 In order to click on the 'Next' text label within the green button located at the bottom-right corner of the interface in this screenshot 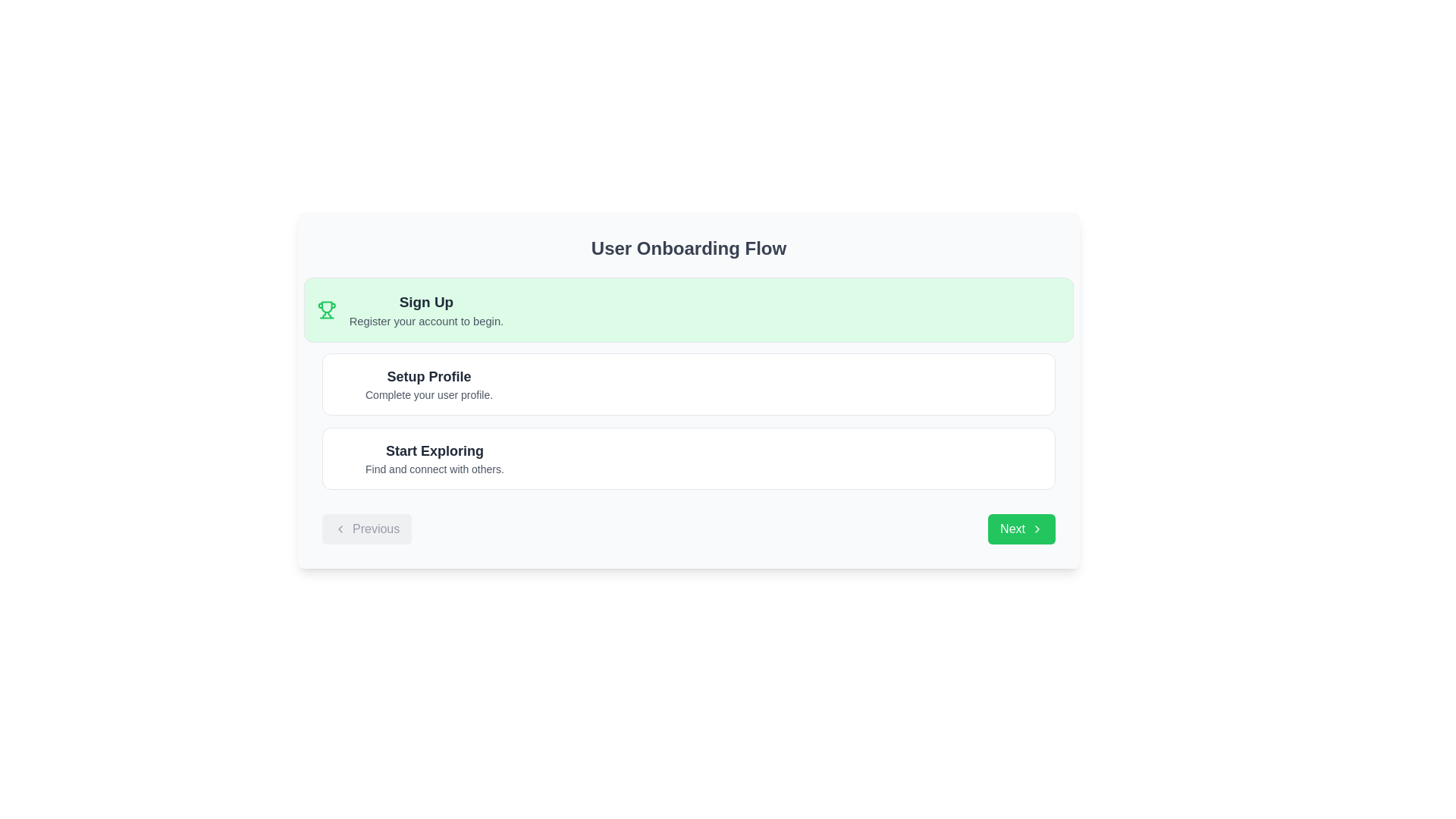, I will do `click(1012, 529)`.